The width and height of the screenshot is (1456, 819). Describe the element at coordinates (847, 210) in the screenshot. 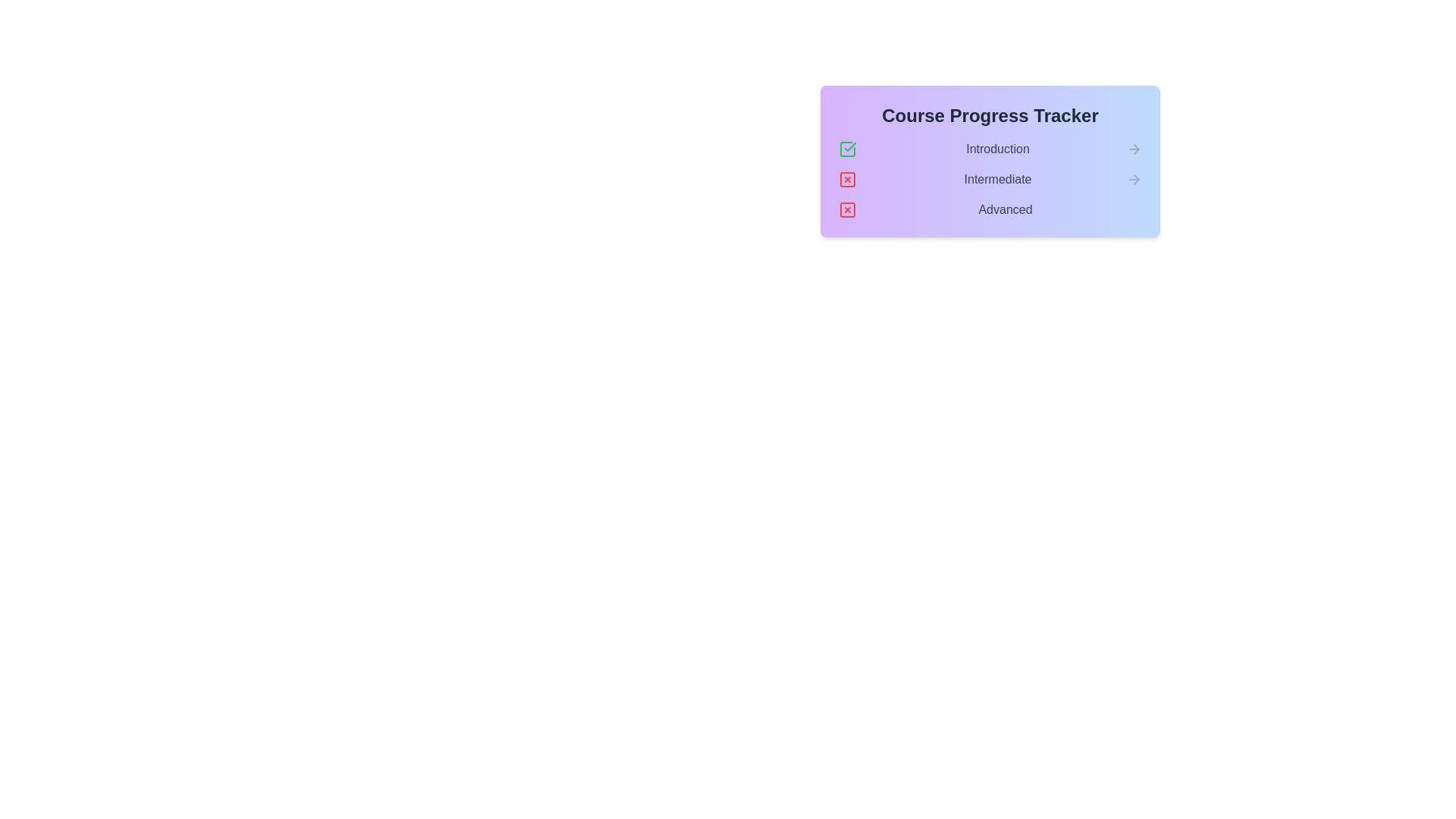

I see `the cross icon next to the stage Advanced` at that location.